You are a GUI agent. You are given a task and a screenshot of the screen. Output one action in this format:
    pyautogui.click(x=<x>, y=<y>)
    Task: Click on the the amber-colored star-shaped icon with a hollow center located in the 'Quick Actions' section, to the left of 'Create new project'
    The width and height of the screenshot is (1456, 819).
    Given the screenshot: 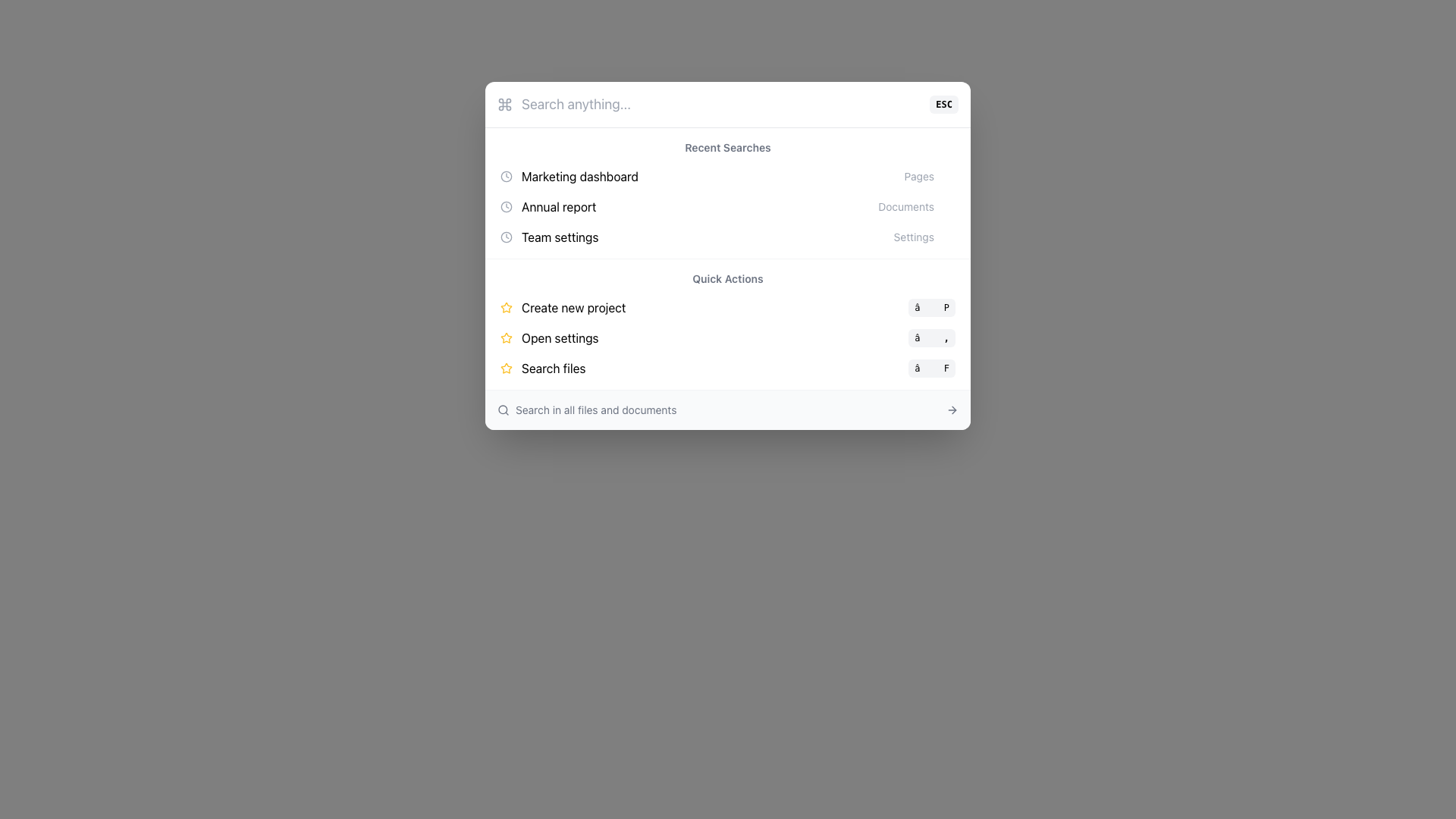 What is the action you would take?
    pyautogui.click(x=506, y=368)
    